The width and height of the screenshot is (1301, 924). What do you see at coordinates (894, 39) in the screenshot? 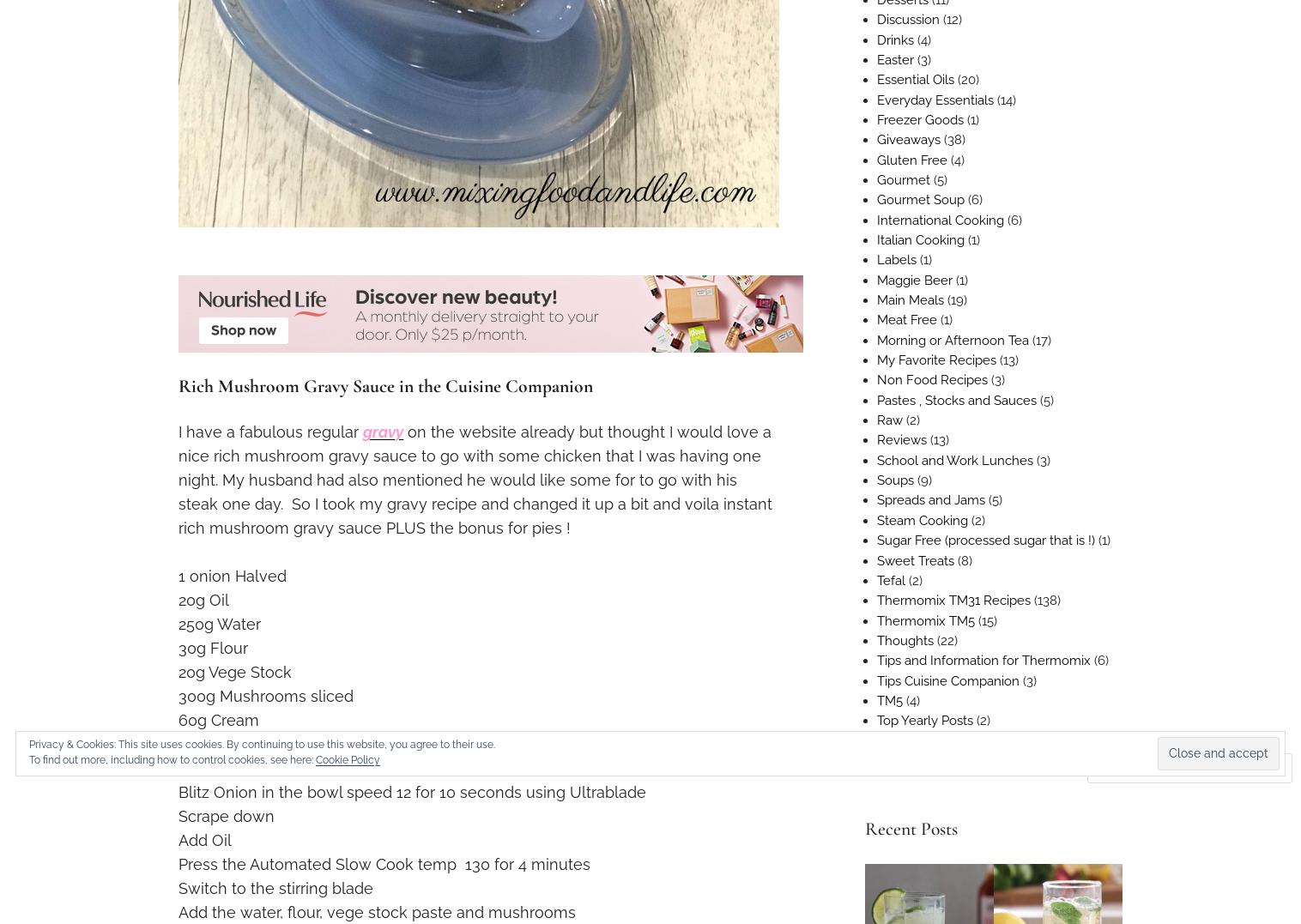
I see `'Drinks'` at bounding box center [894, 39].